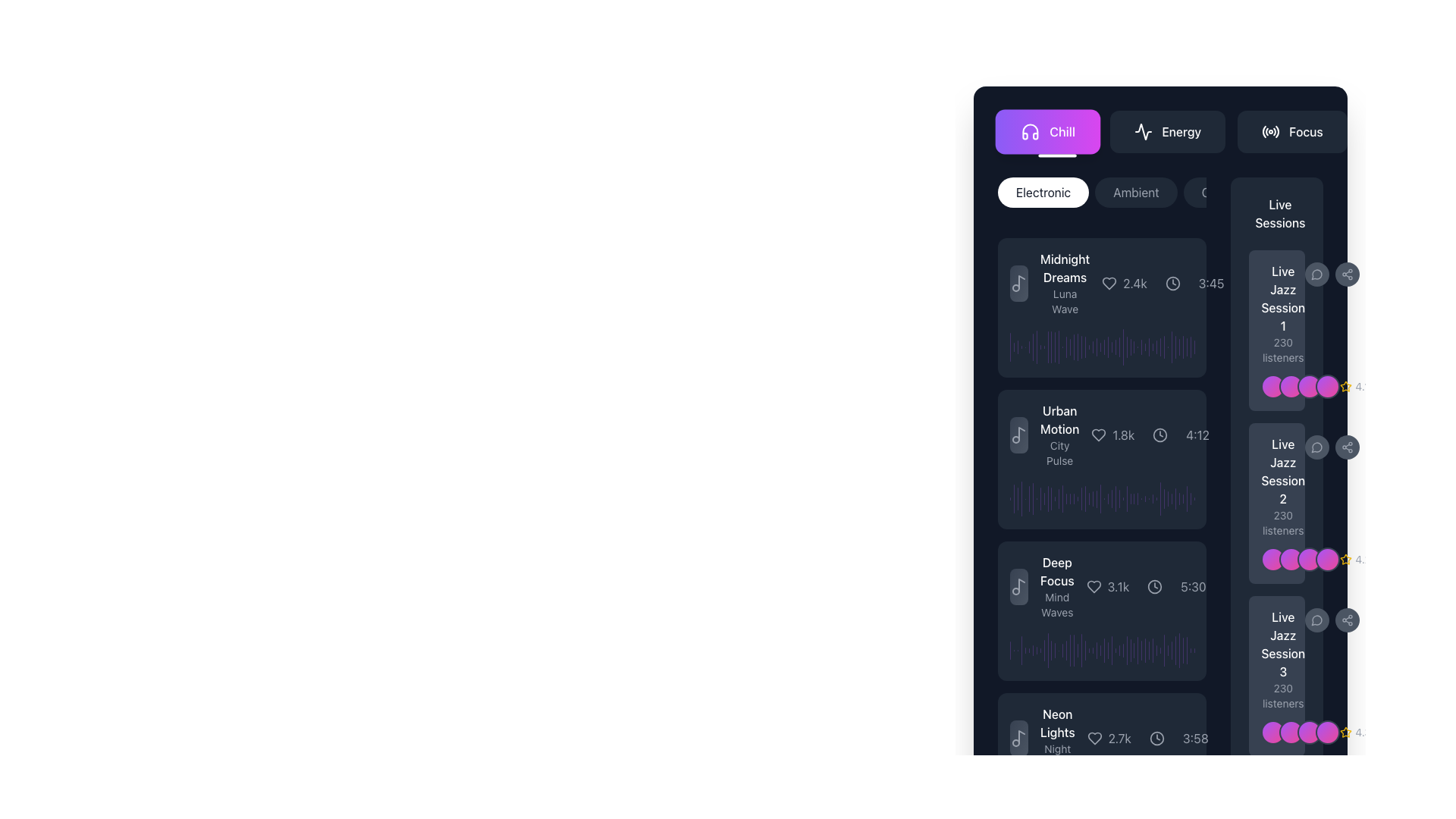 The image size is (1456, 819). What do you see at coordinates (1102, 284) in the screenshot?
I see `details of the music track displayed in the information card located between the 'Electronic' tabs and the 'Urban Motion' track` at bounding box center [1102, 284].